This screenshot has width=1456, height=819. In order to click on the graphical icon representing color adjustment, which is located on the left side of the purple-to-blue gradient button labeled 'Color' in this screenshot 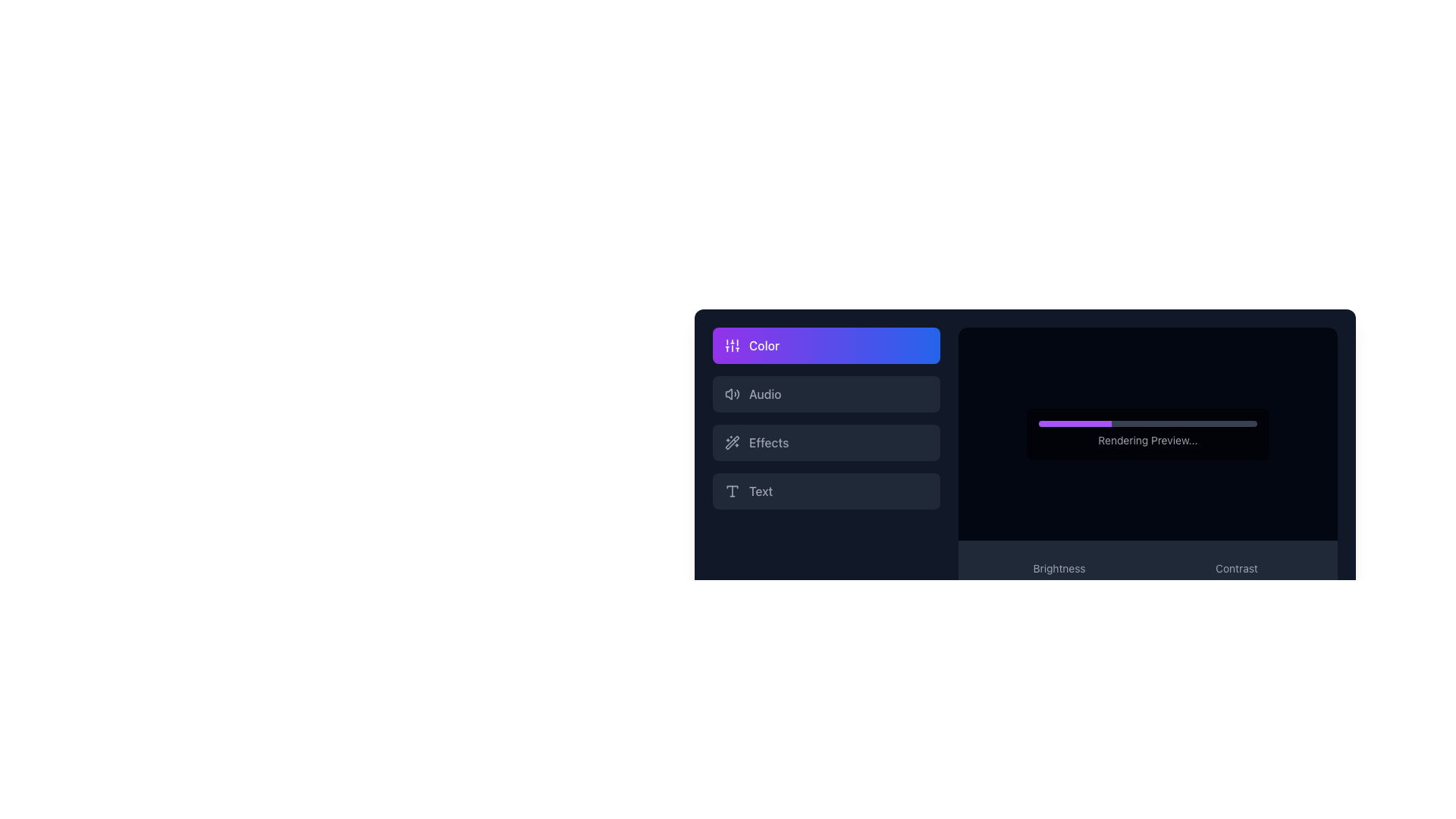, I will do `click(732, 345)`.